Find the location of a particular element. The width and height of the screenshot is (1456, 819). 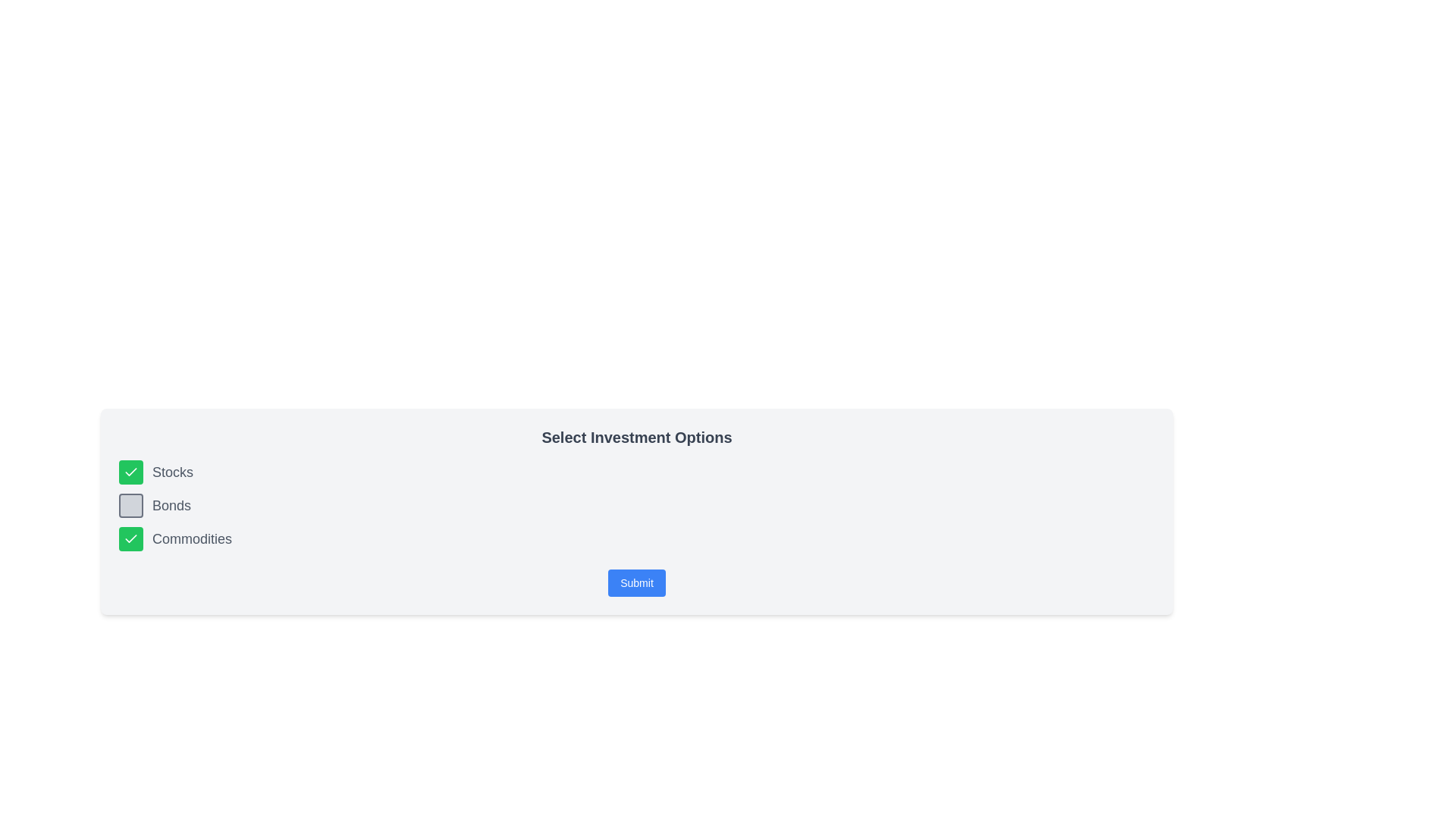

the checkmark icon styled in white on a green circular background, which indicates the selection state for 'Commodities' is located at coordinates (130, 538).